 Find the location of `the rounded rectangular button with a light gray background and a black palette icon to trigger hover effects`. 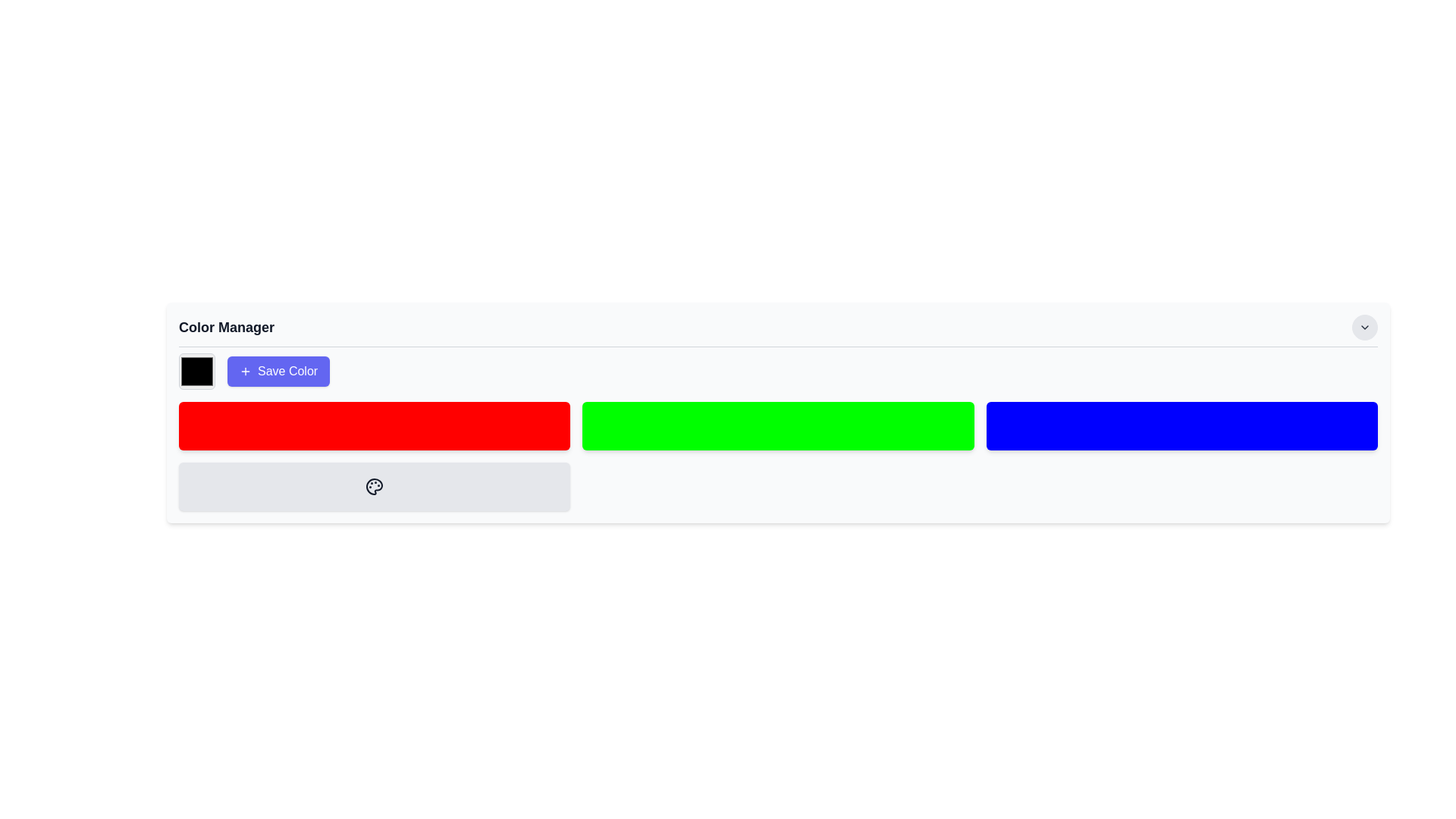

the rounded rectangular button with a light gray background and a black palette icon to trigger hover effects is located at coordinates (375, 486).